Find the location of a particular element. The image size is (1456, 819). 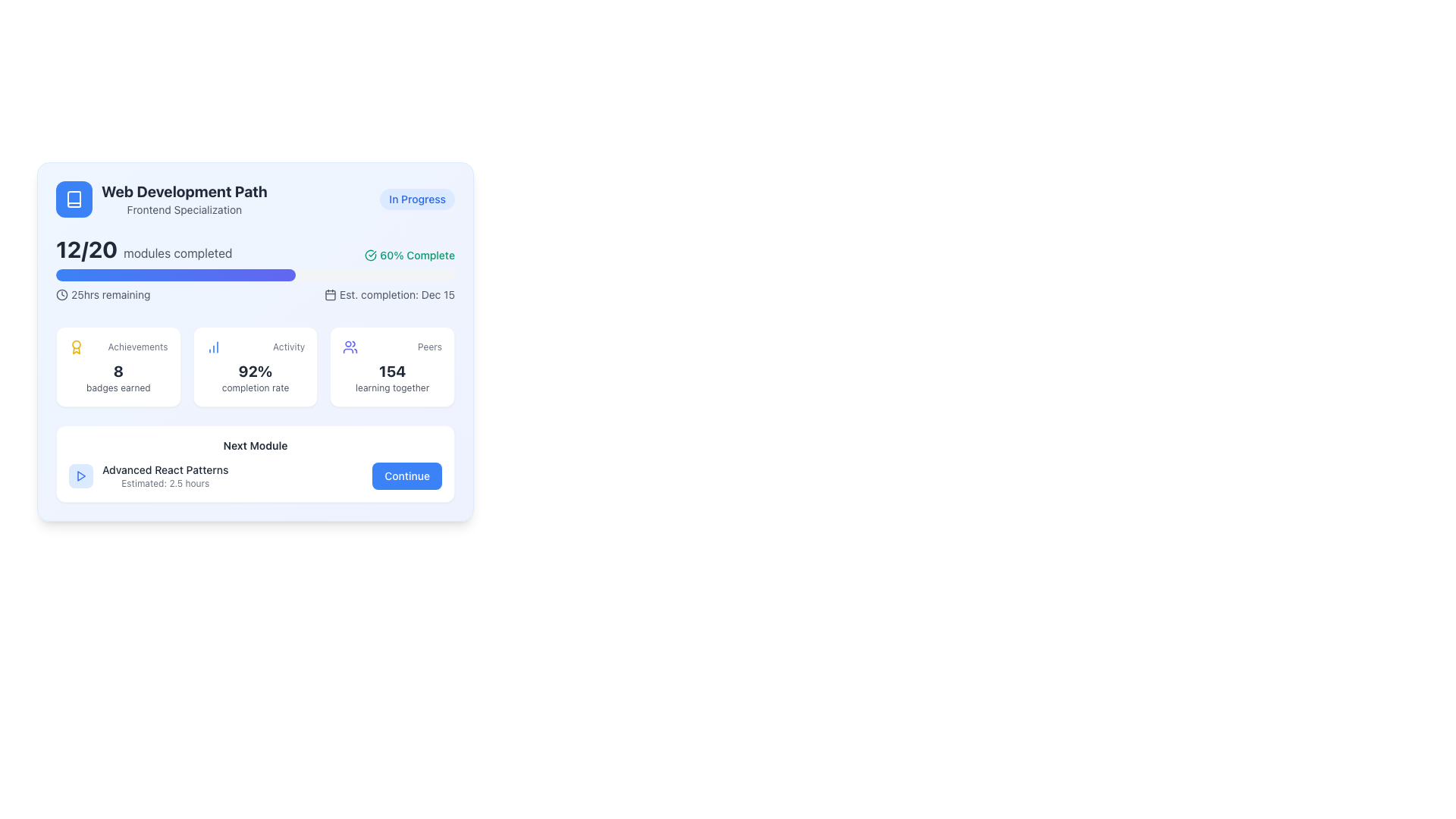

the text label located at the bottom center of the box that serves as a descriptor for the statistical chart icon on the left is located at coordinates (289, 347).